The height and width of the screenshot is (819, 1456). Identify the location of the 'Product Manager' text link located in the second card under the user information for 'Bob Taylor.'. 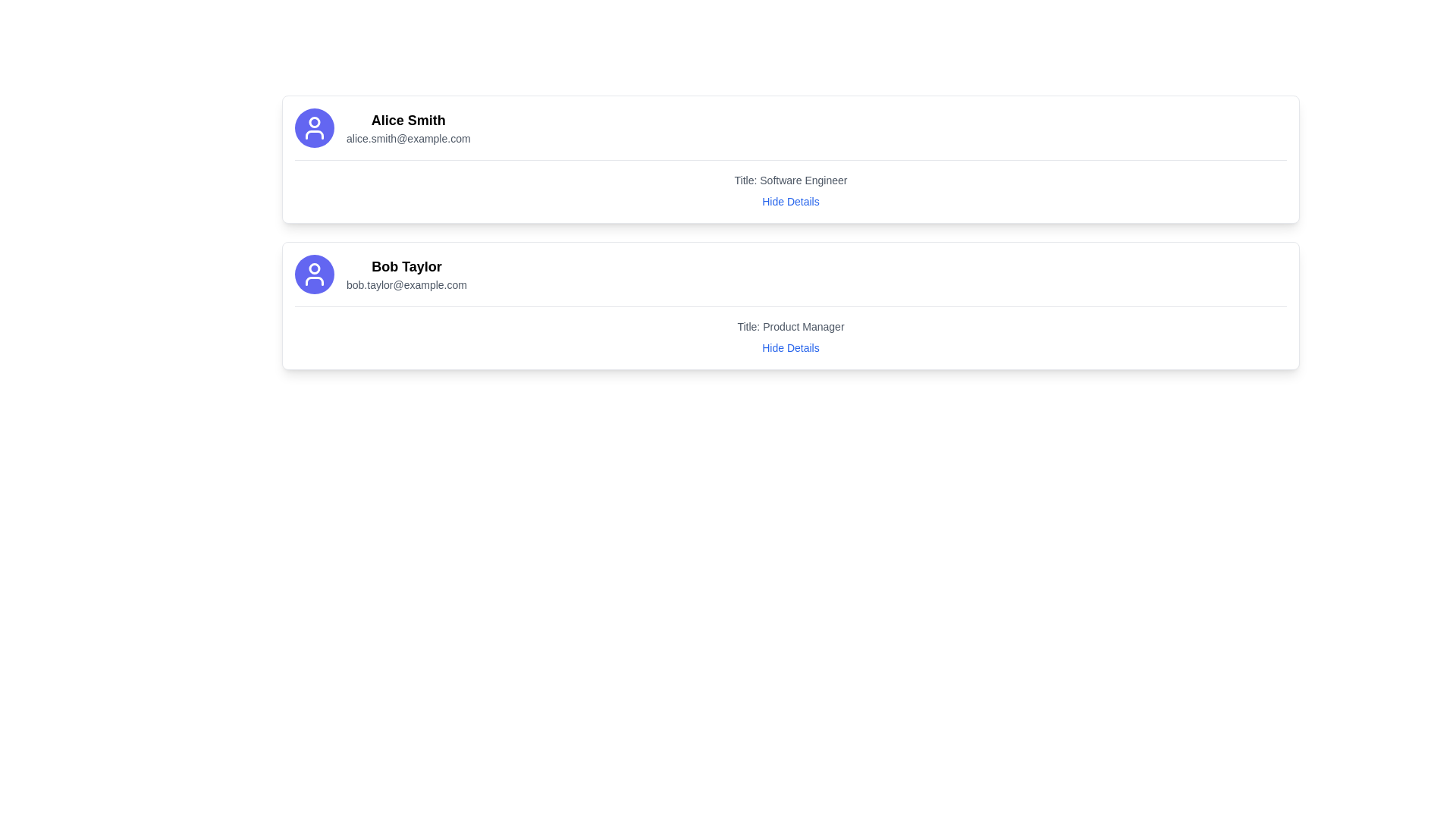
(789, 330).